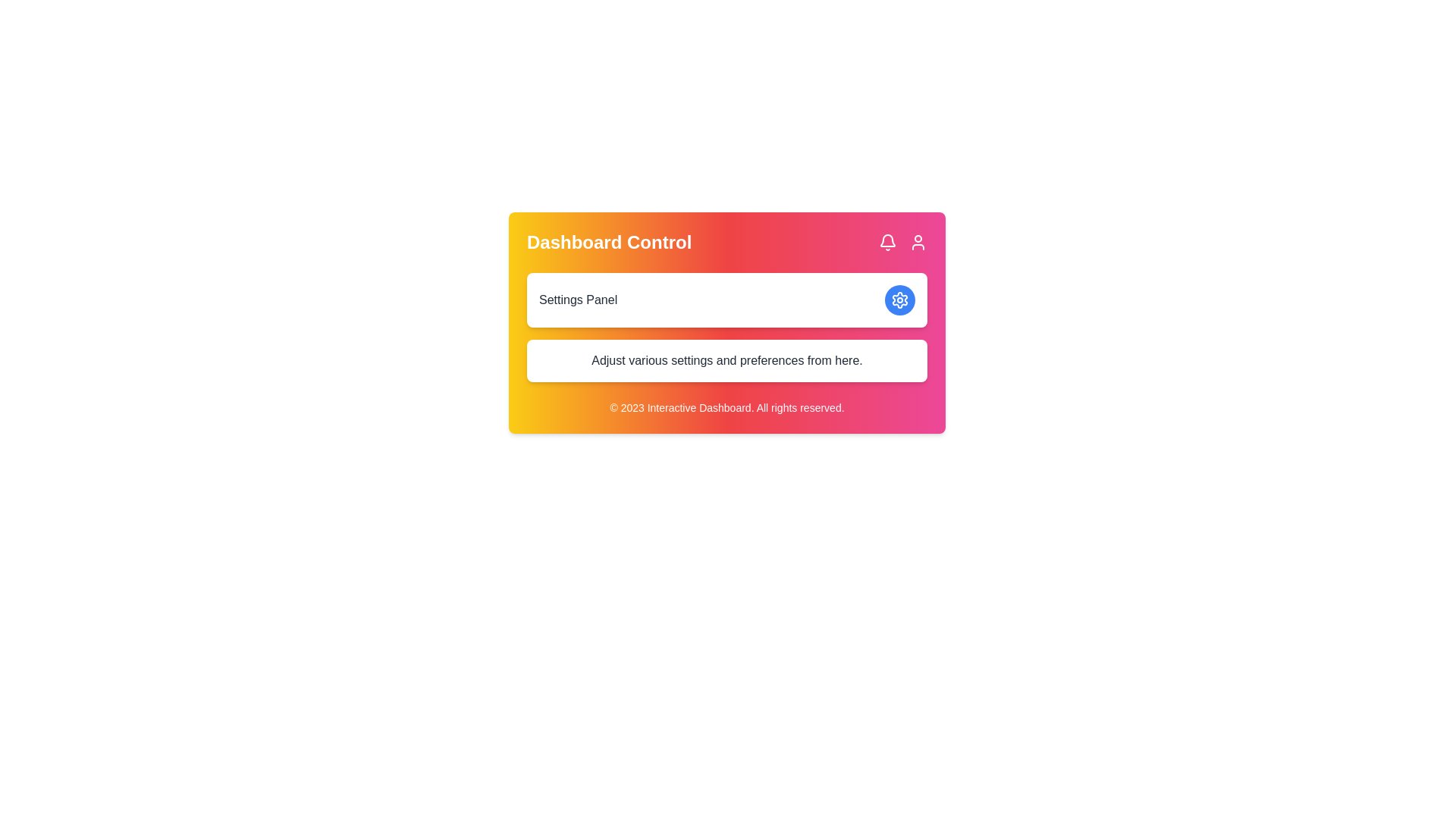 The width and height of the screenshot is (1456, 819). I want to click on informational text block located below the 'Settings Panel', which provides instructions for adjusting settings and preferences, so click(726, 360).